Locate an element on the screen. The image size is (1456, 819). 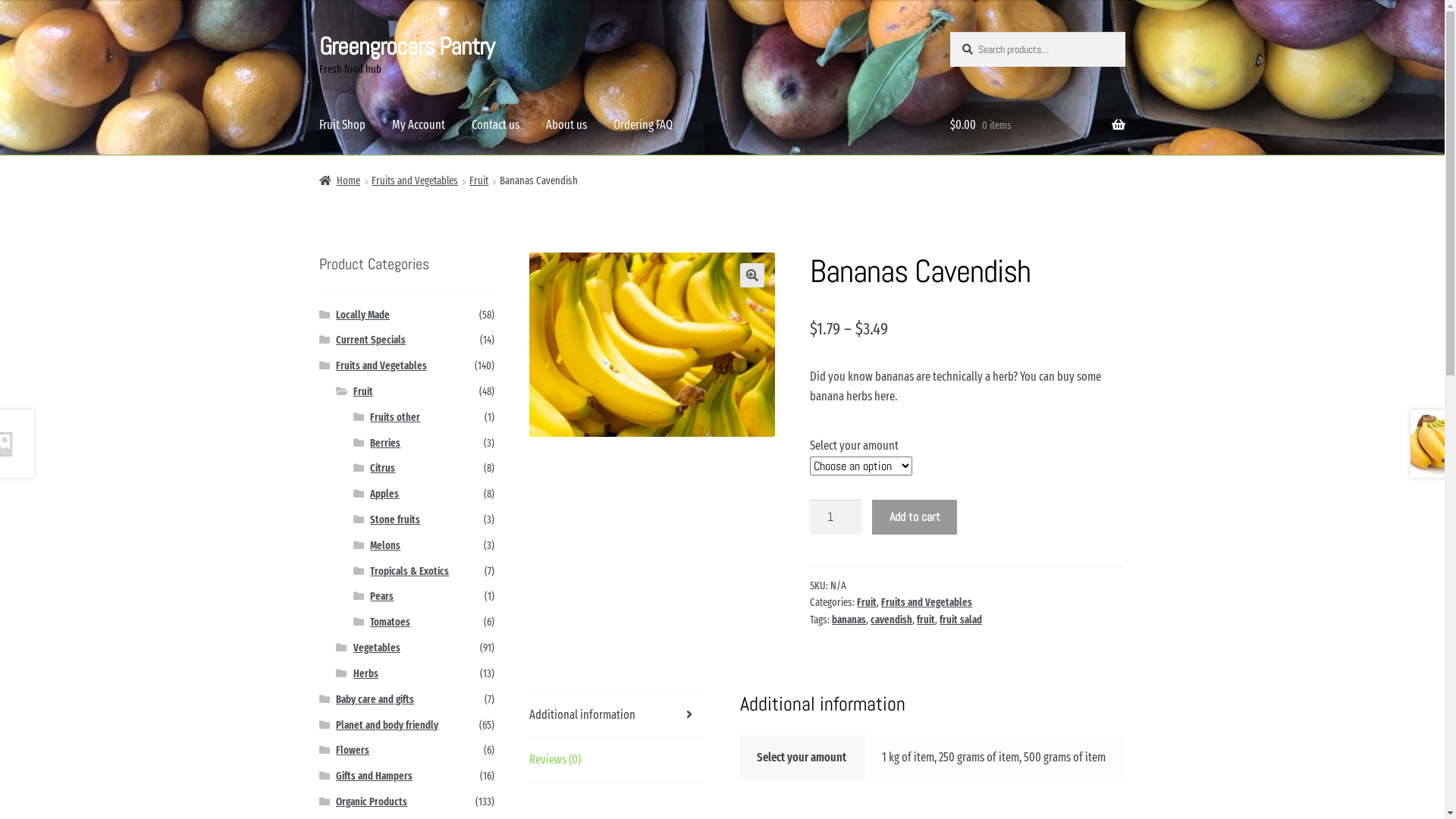
'fruit' is located at coordinates (924, 620).